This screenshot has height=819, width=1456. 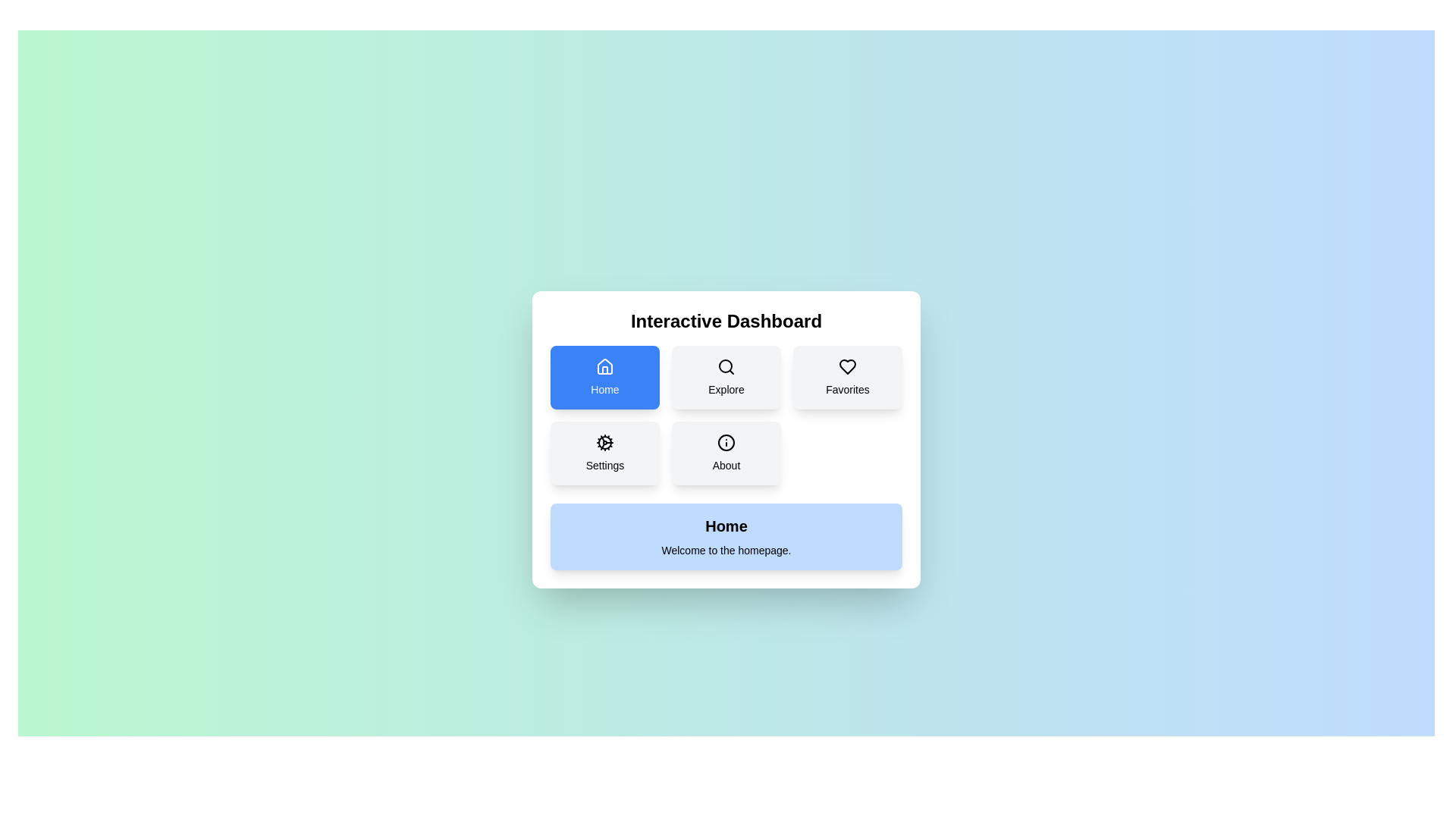 I want to click on the button corresponding to the section Home, so click(x=604, y=376).